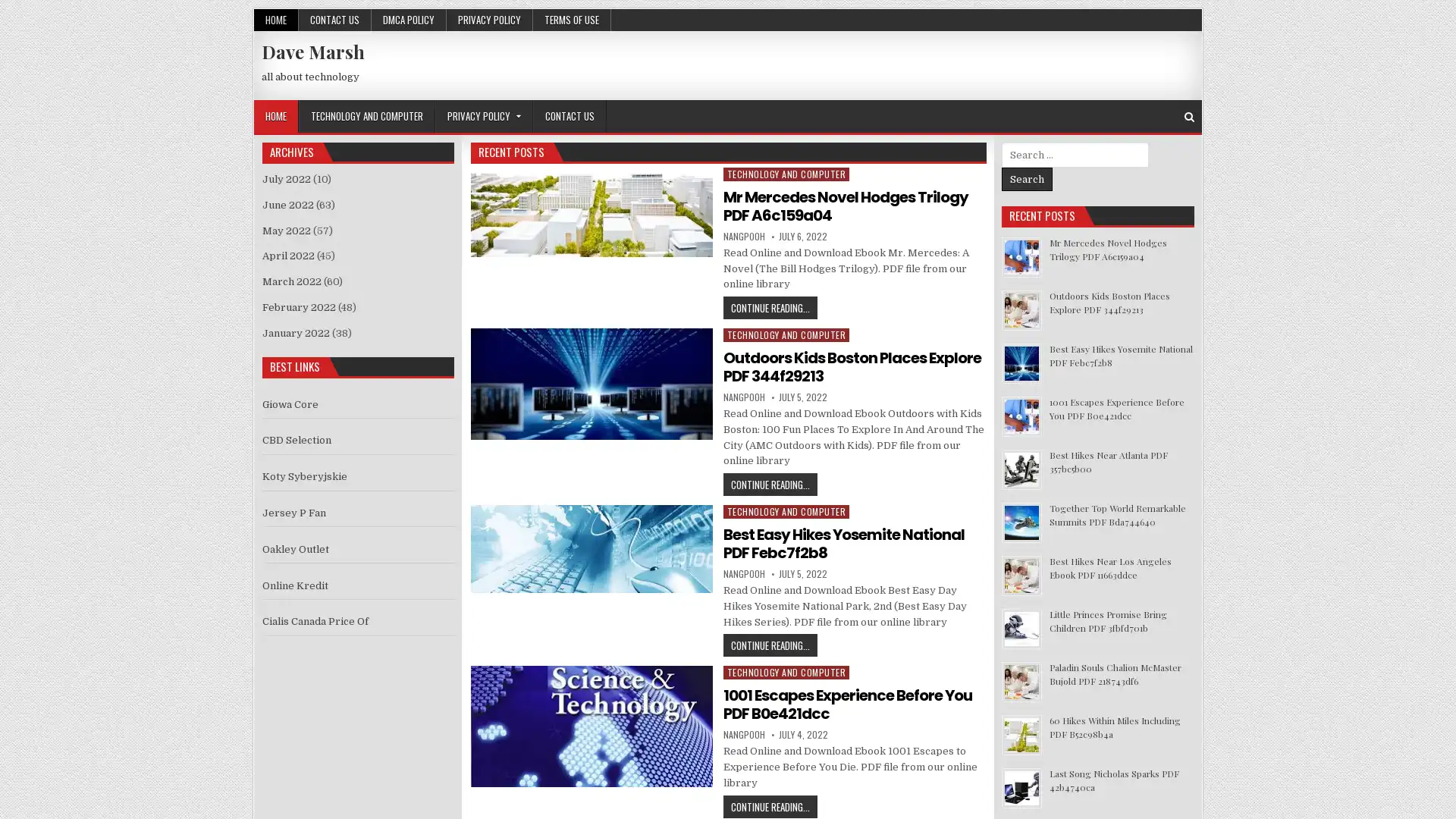 Image resolution: width=1456 pixels, height=819 pixels. I want to click on Search, so click(1027, 178).